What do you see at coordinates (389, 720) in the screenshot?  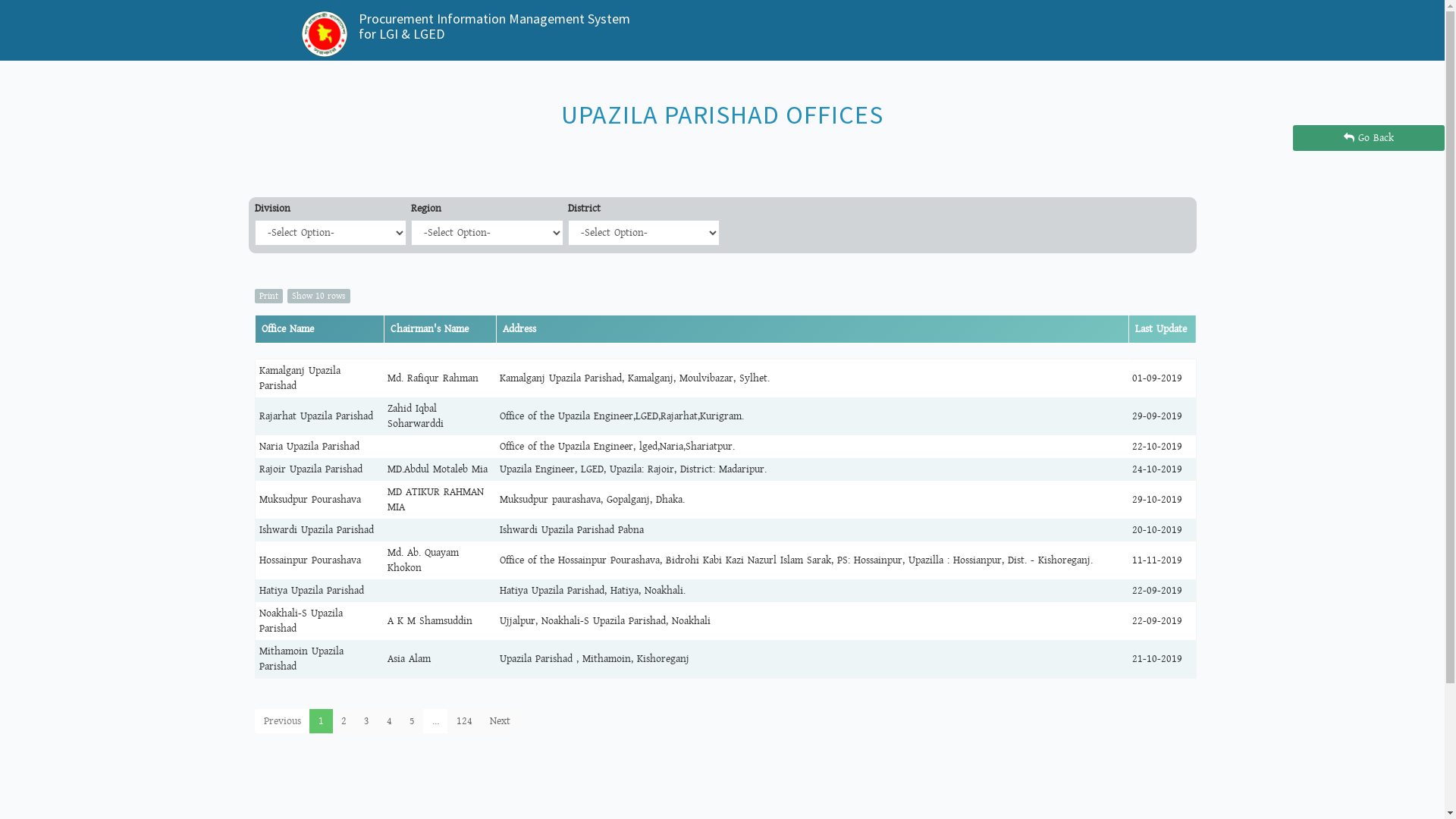 I see `'4'` at bounding box center [389, 720].